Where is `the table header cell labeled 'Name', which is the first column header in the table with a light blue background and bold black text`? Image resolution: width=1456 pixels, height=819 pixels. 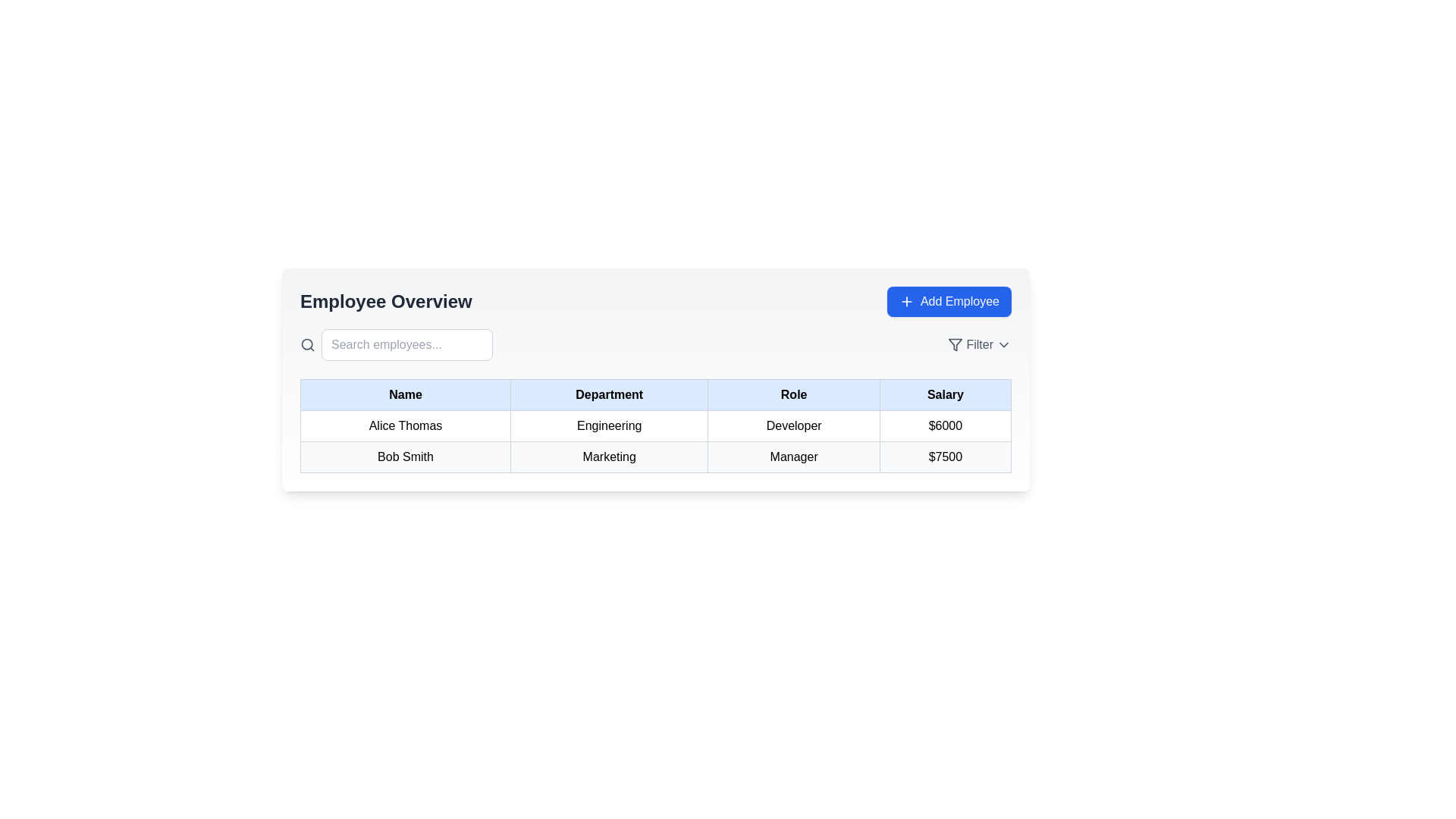 the table header cell labeled 'Name', which is the first column header in the table with a light blue background and bold black text is located at coordinates (405, 394).